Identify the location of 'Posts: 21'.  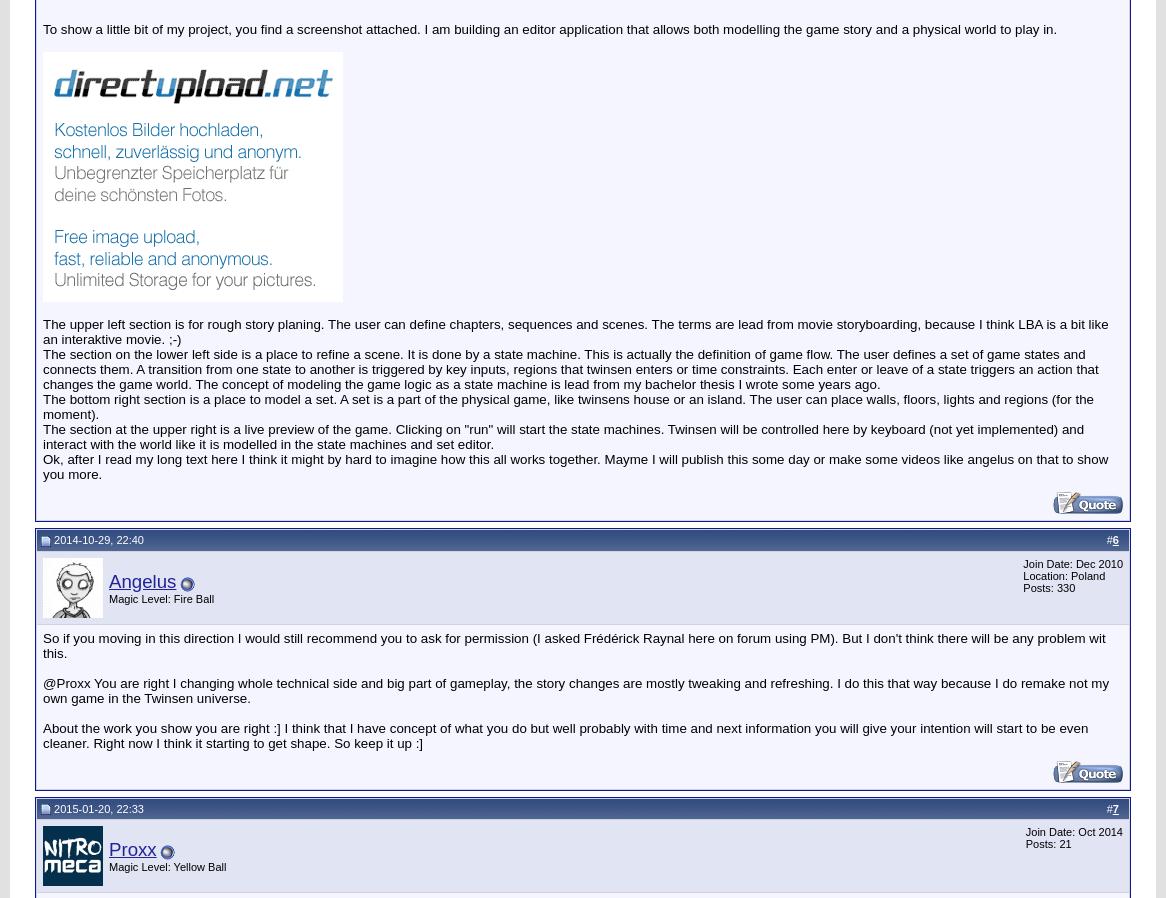
(1047, 844).